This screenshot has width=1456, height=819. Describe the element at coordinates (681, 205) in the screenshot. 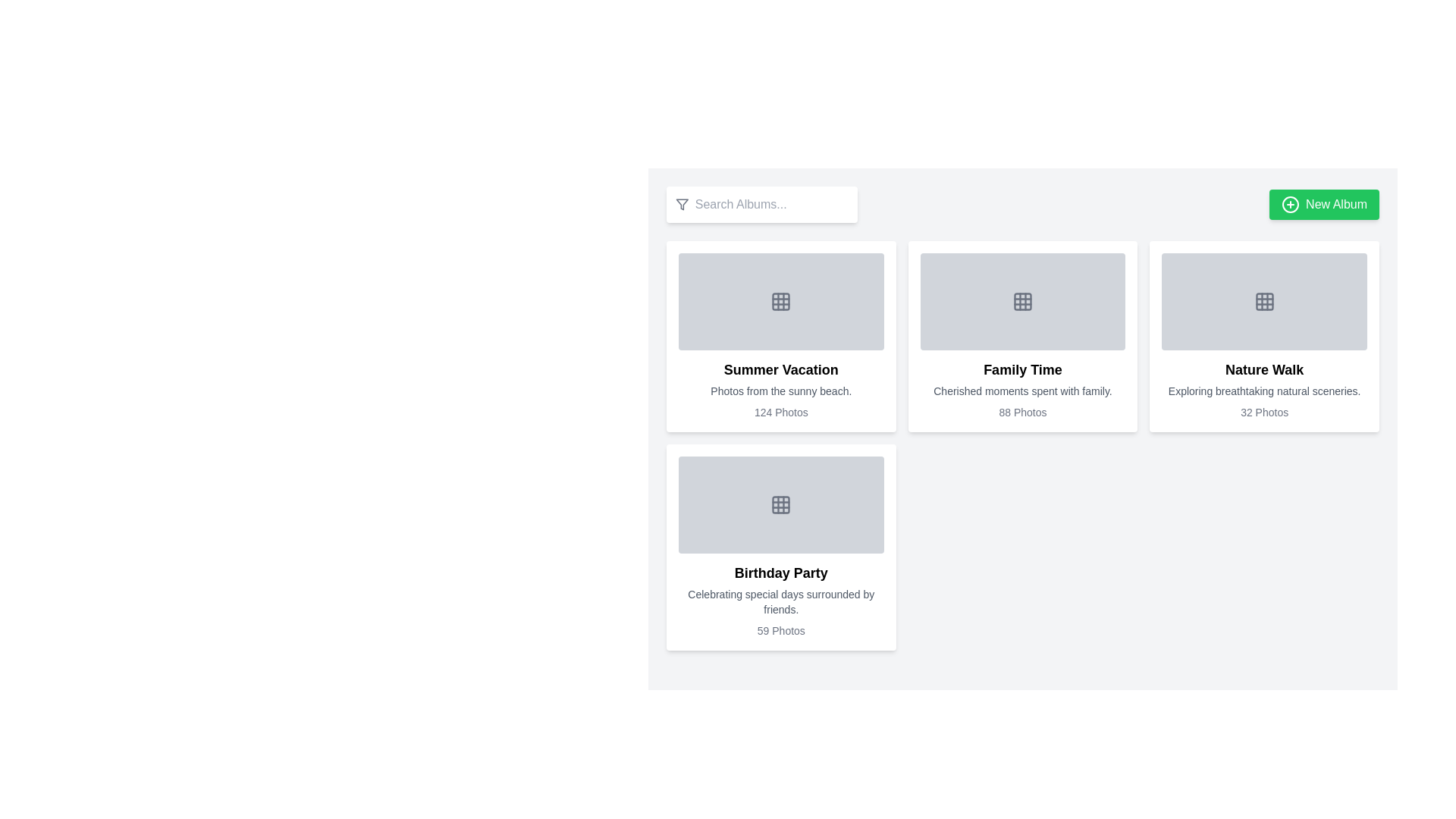

I see `the filter icon, which is a triangle funnel styled element located to the left of the 'Search Albums...' input field` at that location.